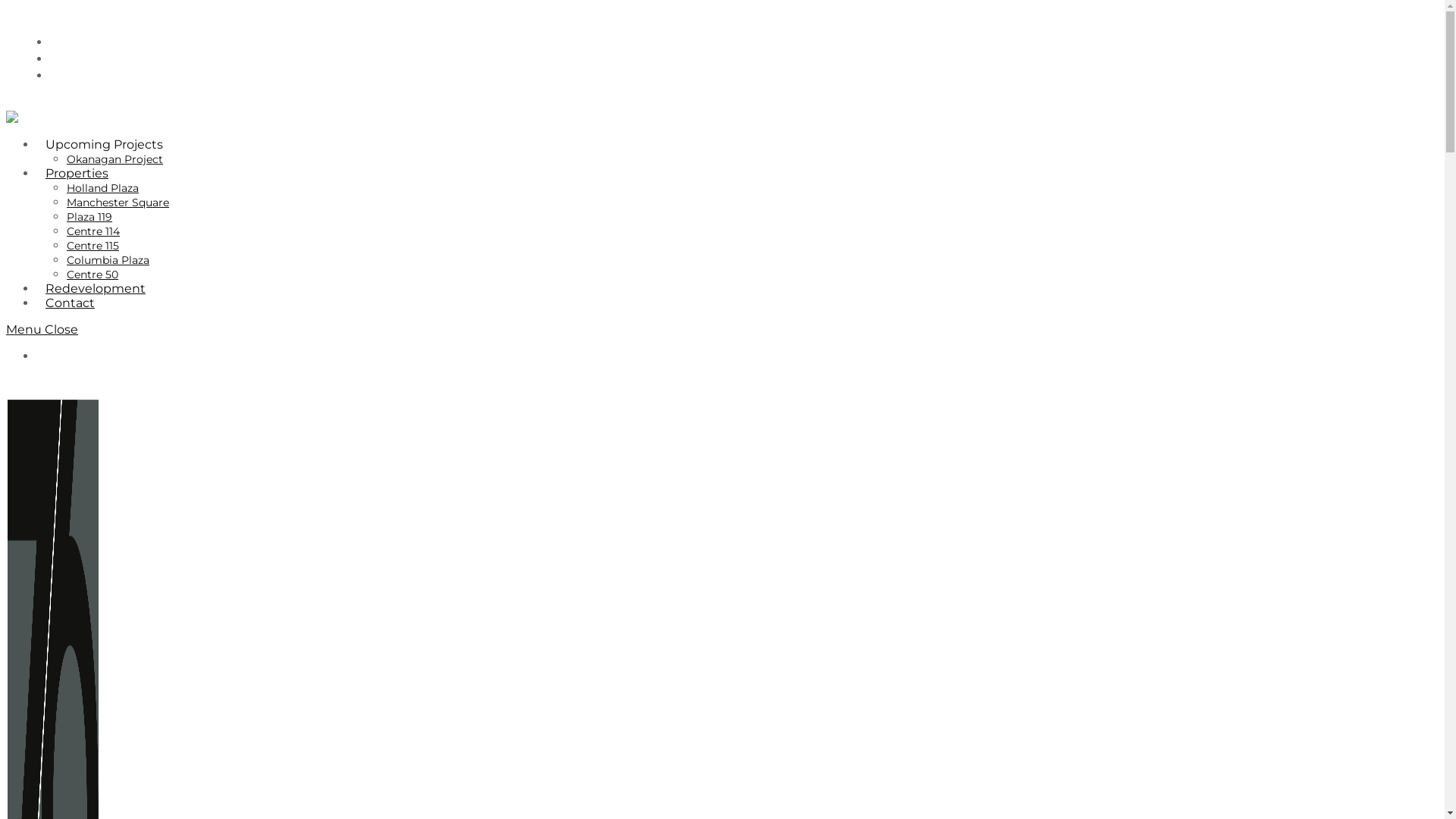 The image size is (1456, 819). What do you see at coordinates (94, 288) in the screenshot?
I see `'Redevelopment'` at bounding box center [94, 288].